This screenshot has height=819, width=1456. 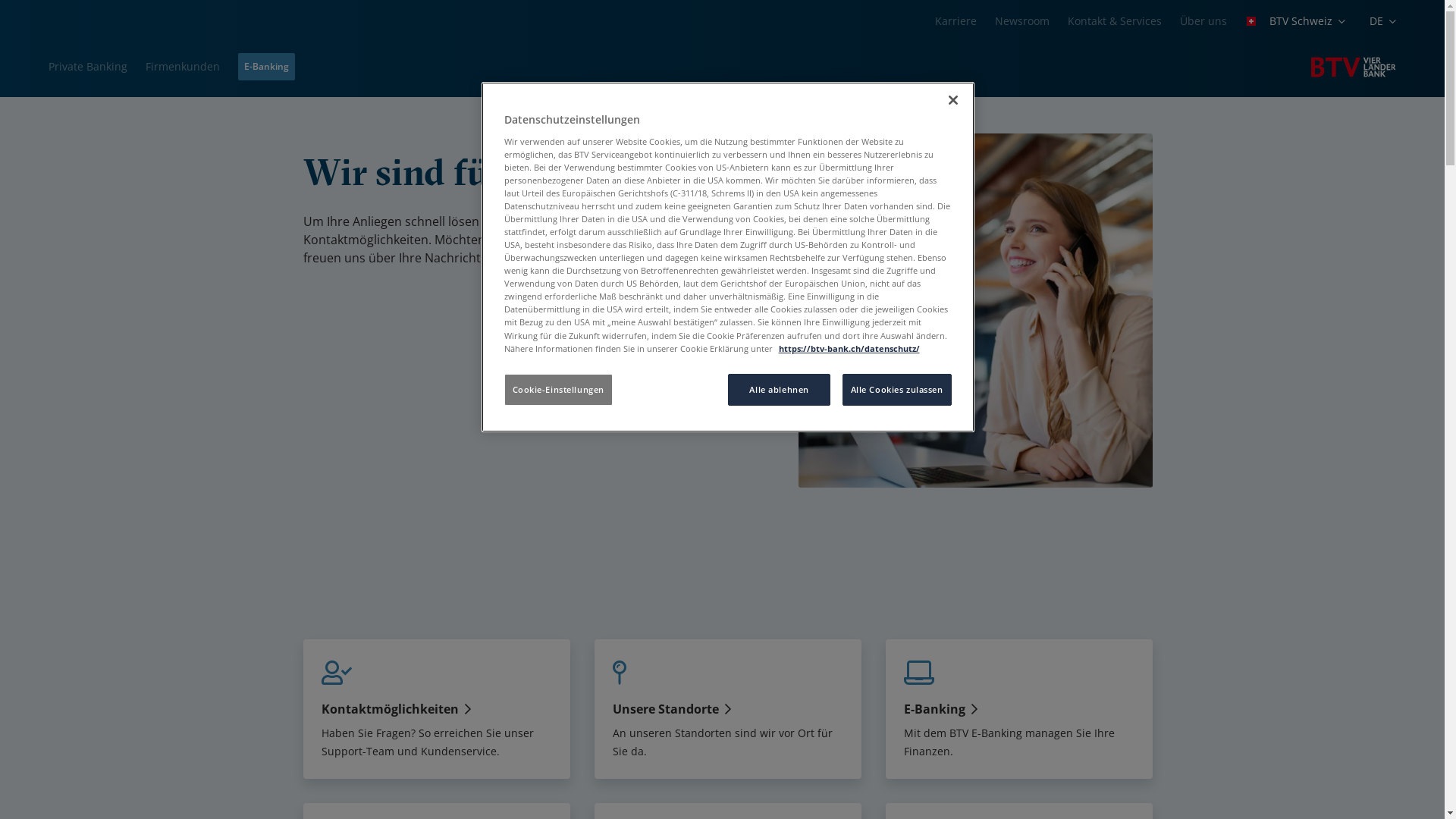 What do you see at coordinates (955, 20) in the screenshot?
I see `'Karriere'` at bounding box center [955, 20].